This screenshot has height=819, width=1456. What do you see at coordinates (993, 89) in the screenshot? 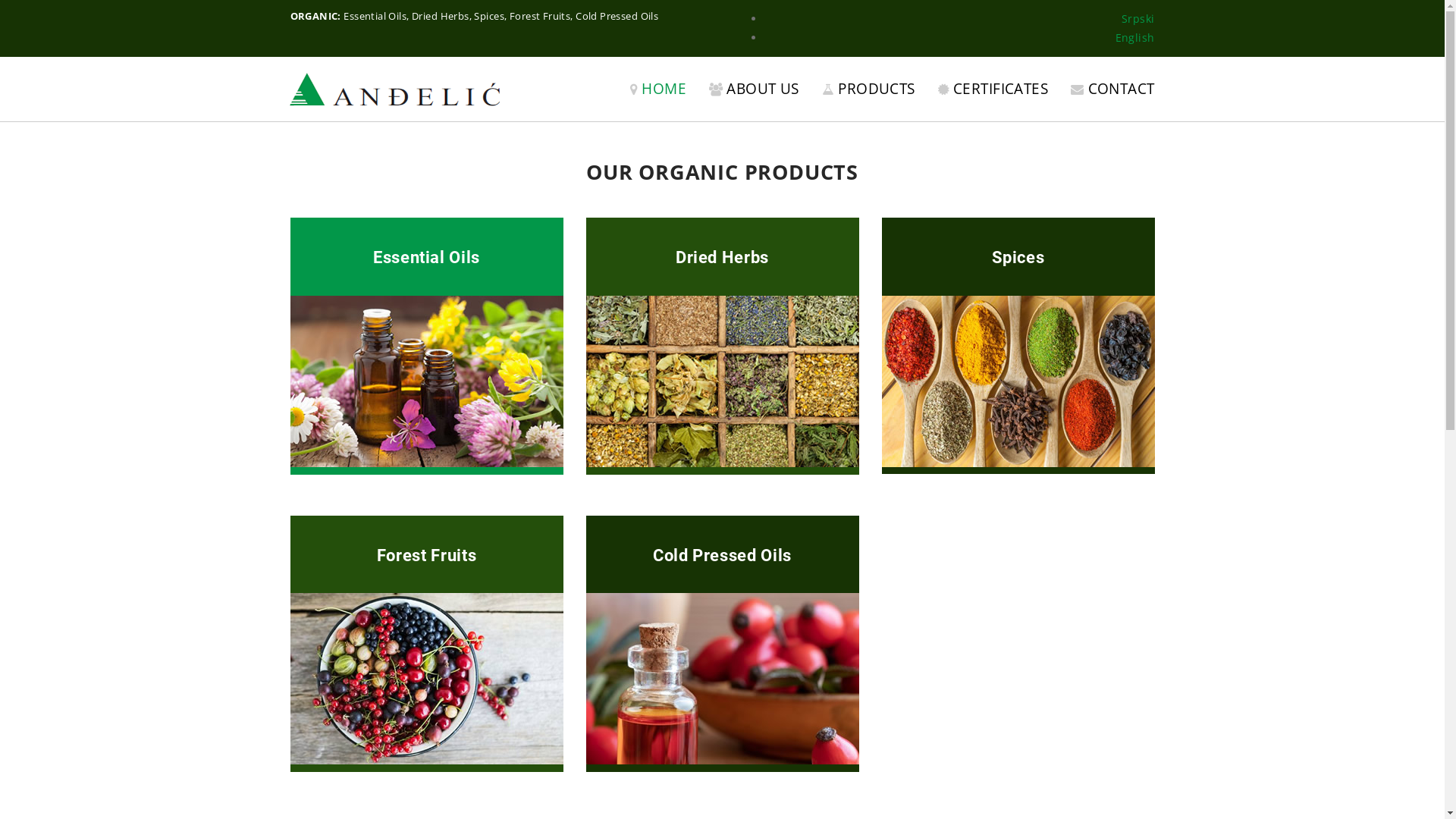
I see `'CERTIFICATES'` at bounding box center [993, 89].